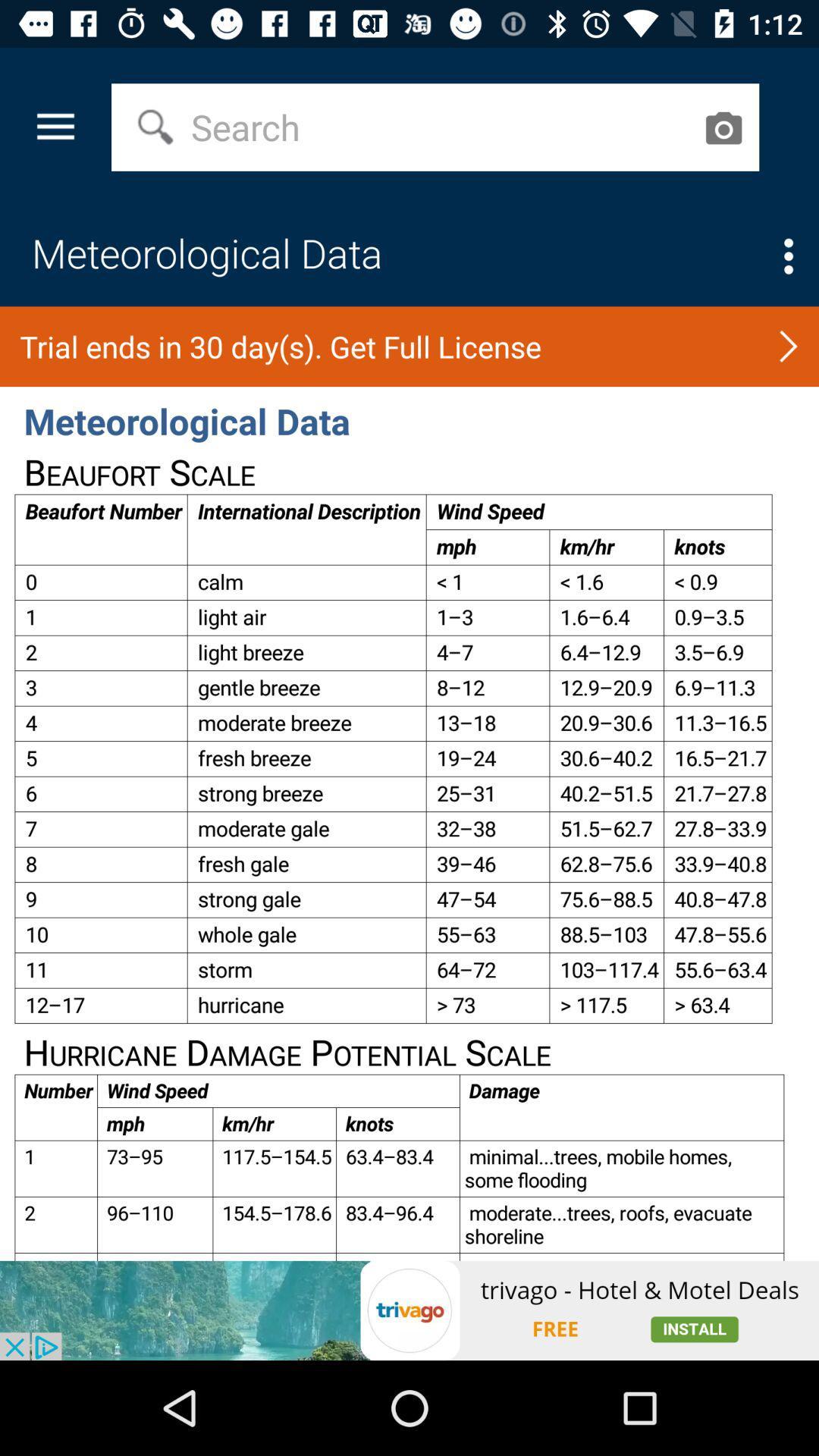 The width and height of the screenshot is (819, 1456). I want to click on opens a advertisement, so click(409, 1310).